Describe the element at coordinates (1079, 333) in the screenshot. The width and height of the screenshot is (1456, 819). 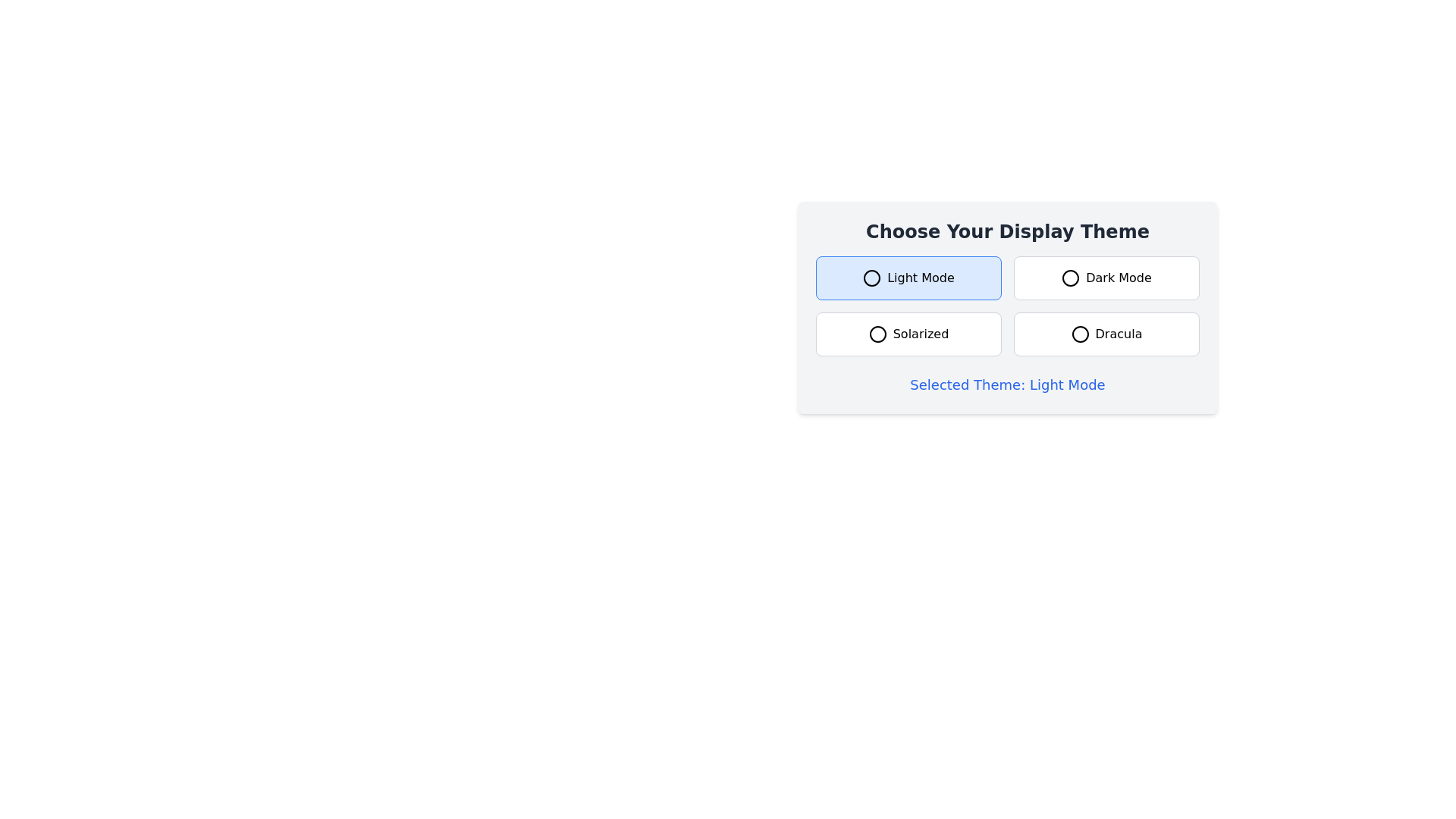
I see `the inner circle of the custom radio button for the 'Dracula' theme` at that location.